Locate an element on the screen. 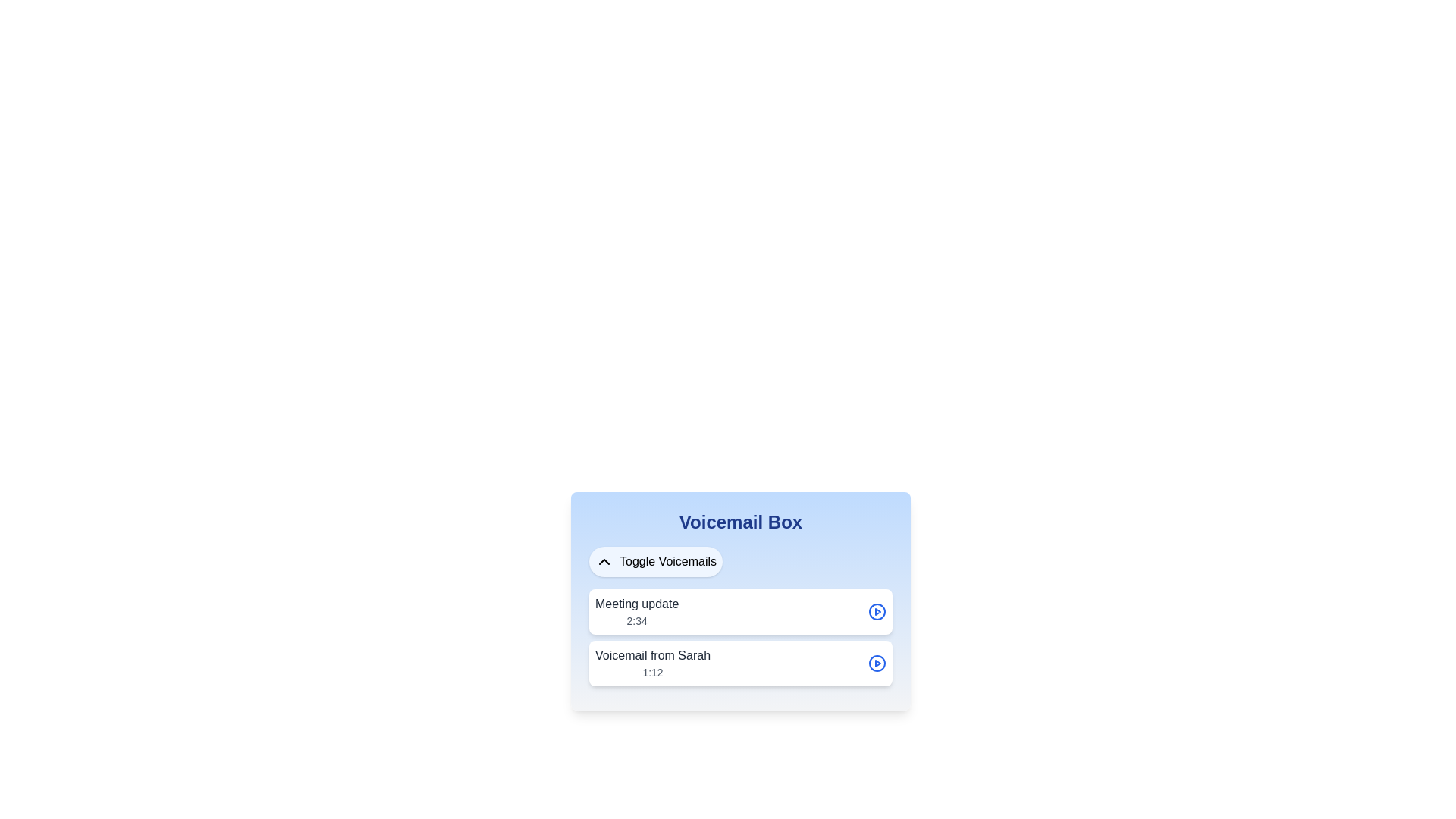 The width and height of the screenshot is (1456, 819). the Play Button Icon located at the far right of the 'Meeting update' entry in the Voicemail Box interface to trigger the scaling effect is located at coordinates (877, 610).